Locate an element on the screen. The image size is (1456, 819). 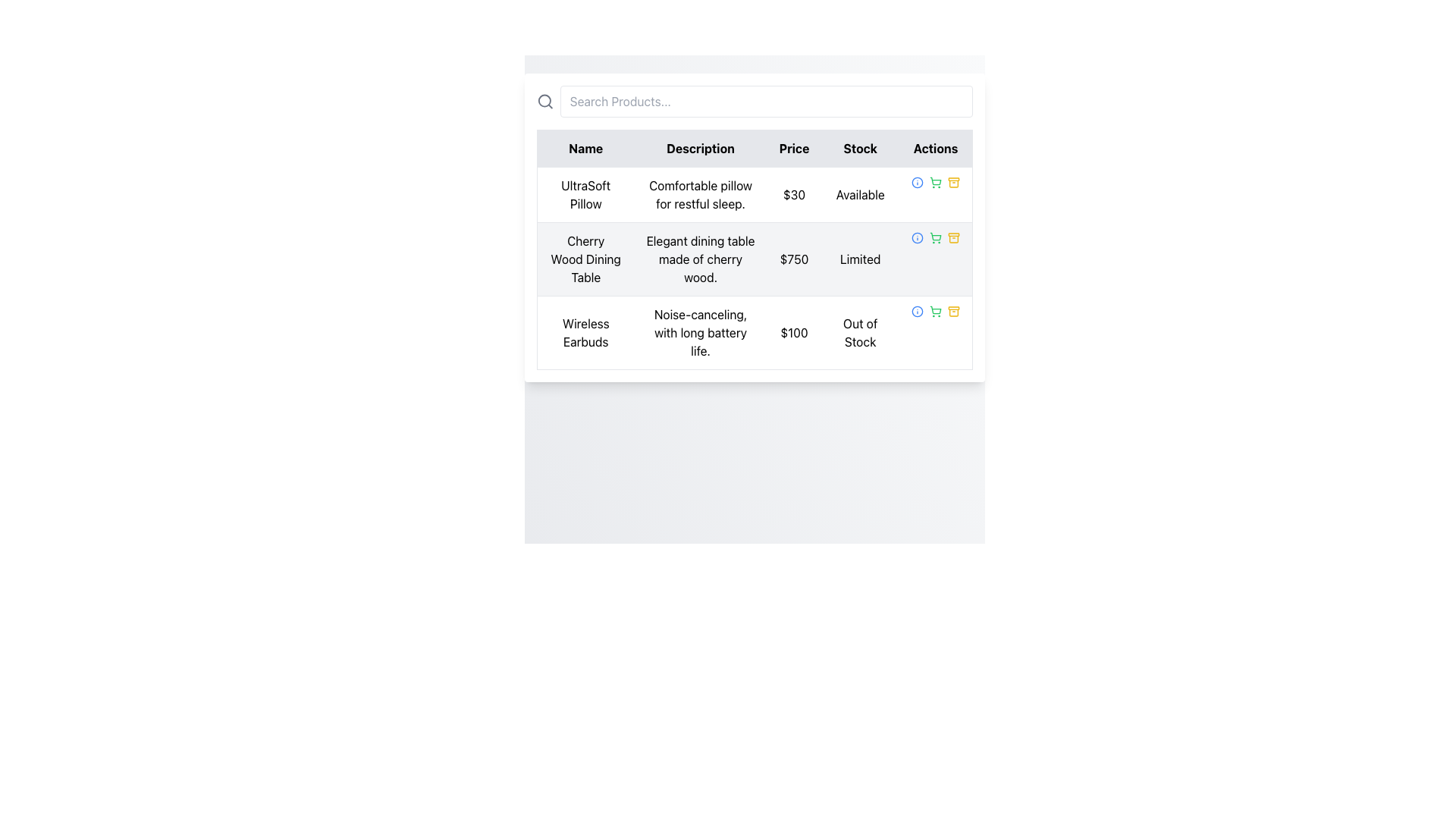
the Table header cell labeled 'Name' is located at coordinates (585, 149).